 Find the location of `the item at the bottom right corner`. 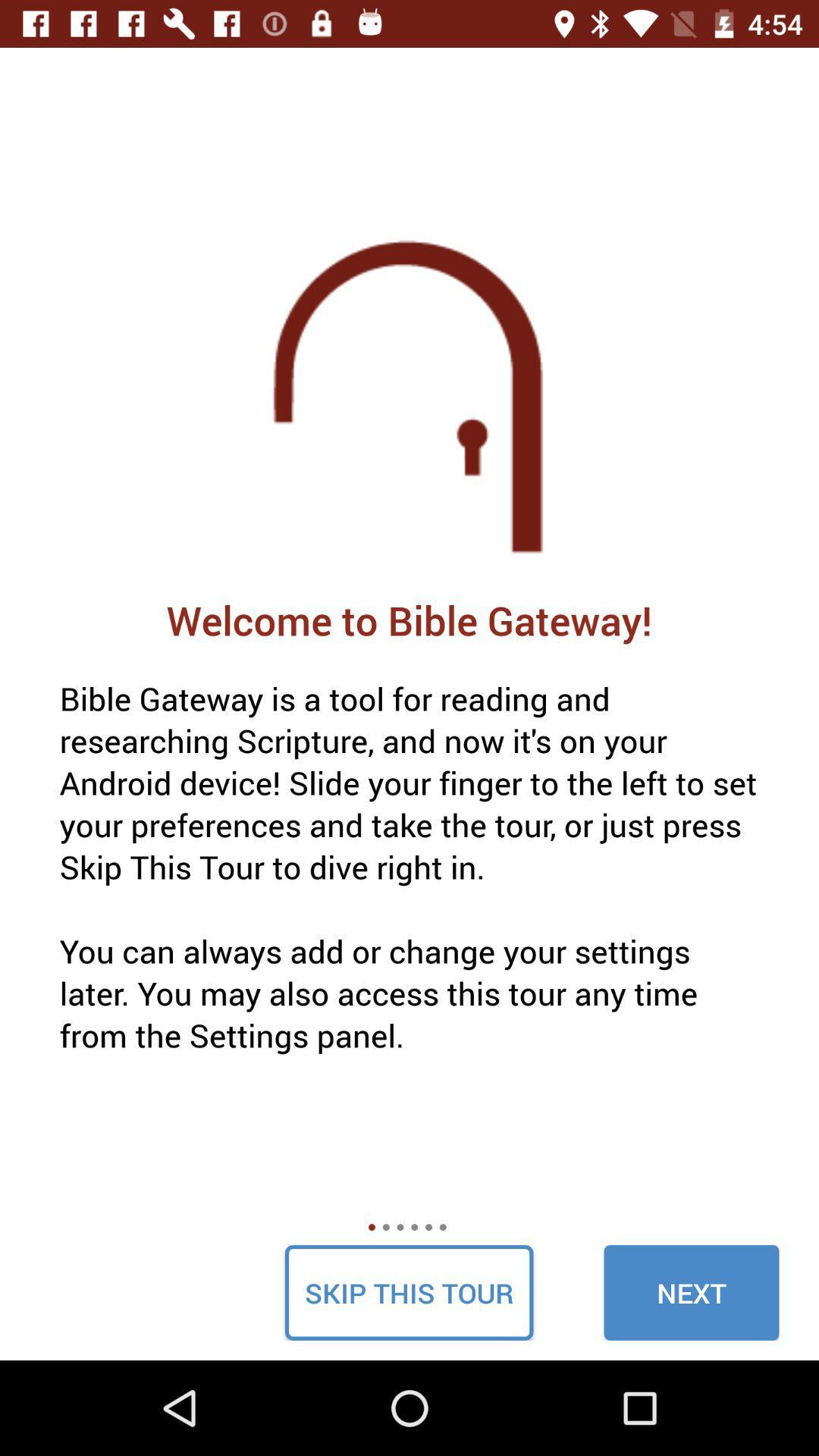

the item at the bottom right corner is located at coordinates (691, 1291).